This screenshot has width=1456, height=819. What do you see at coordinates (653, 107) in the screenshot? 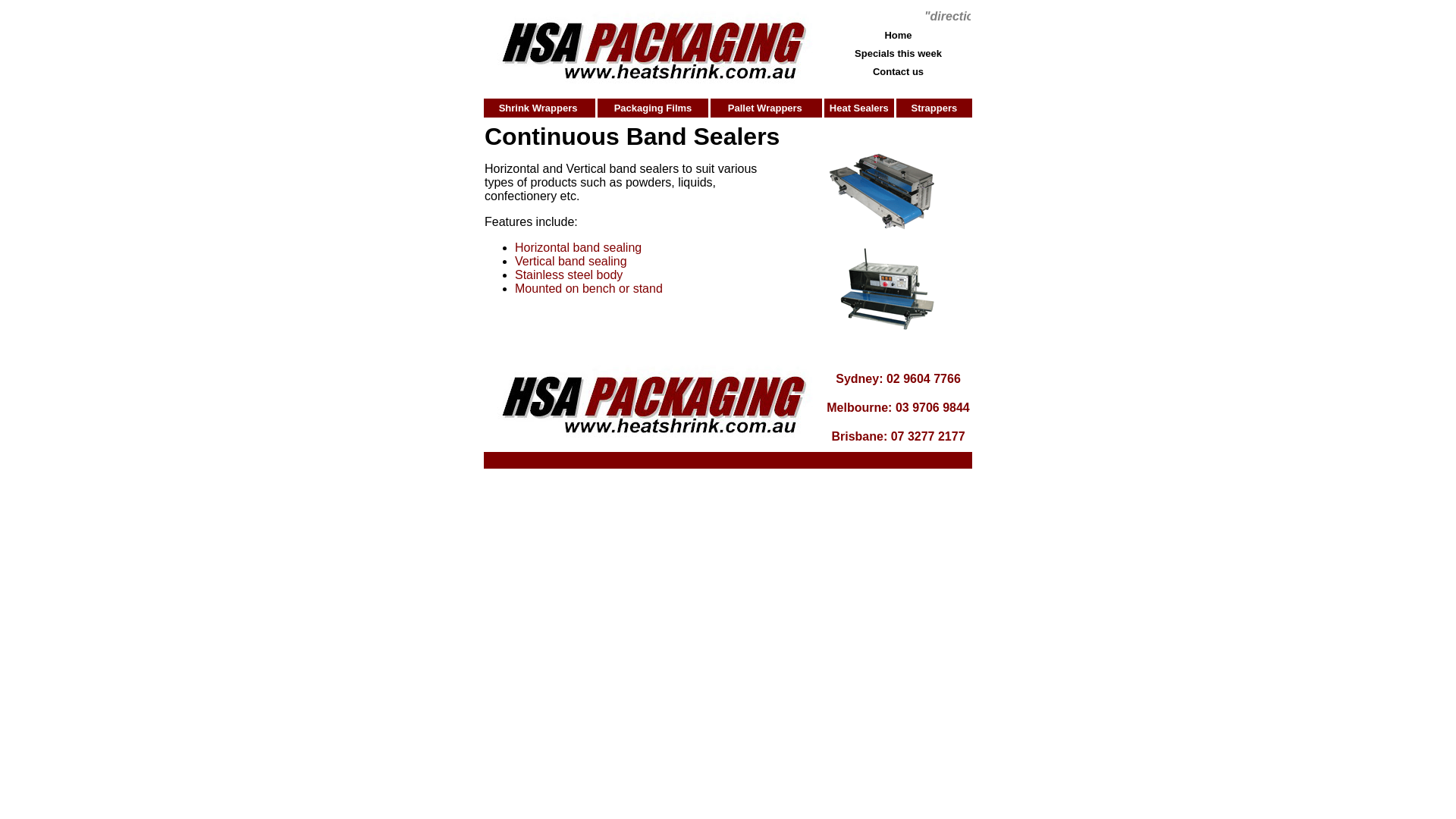
I see `'Packaging Films'` at bounding box center [653, 107].